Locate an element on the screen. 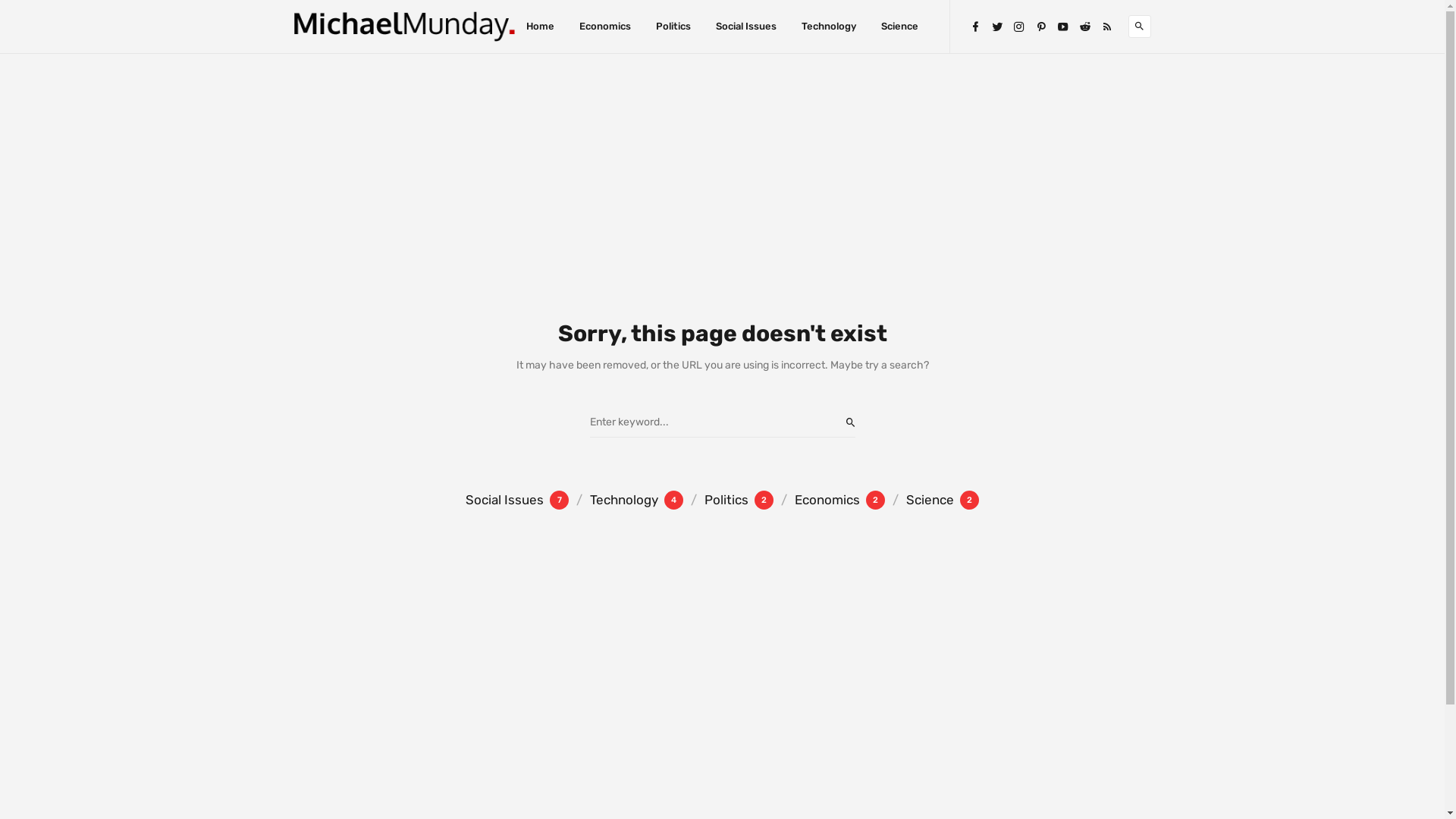 The height and width of the screenshot is (819, 1456). 'Instagram' is located at coordinates (1019, 26).